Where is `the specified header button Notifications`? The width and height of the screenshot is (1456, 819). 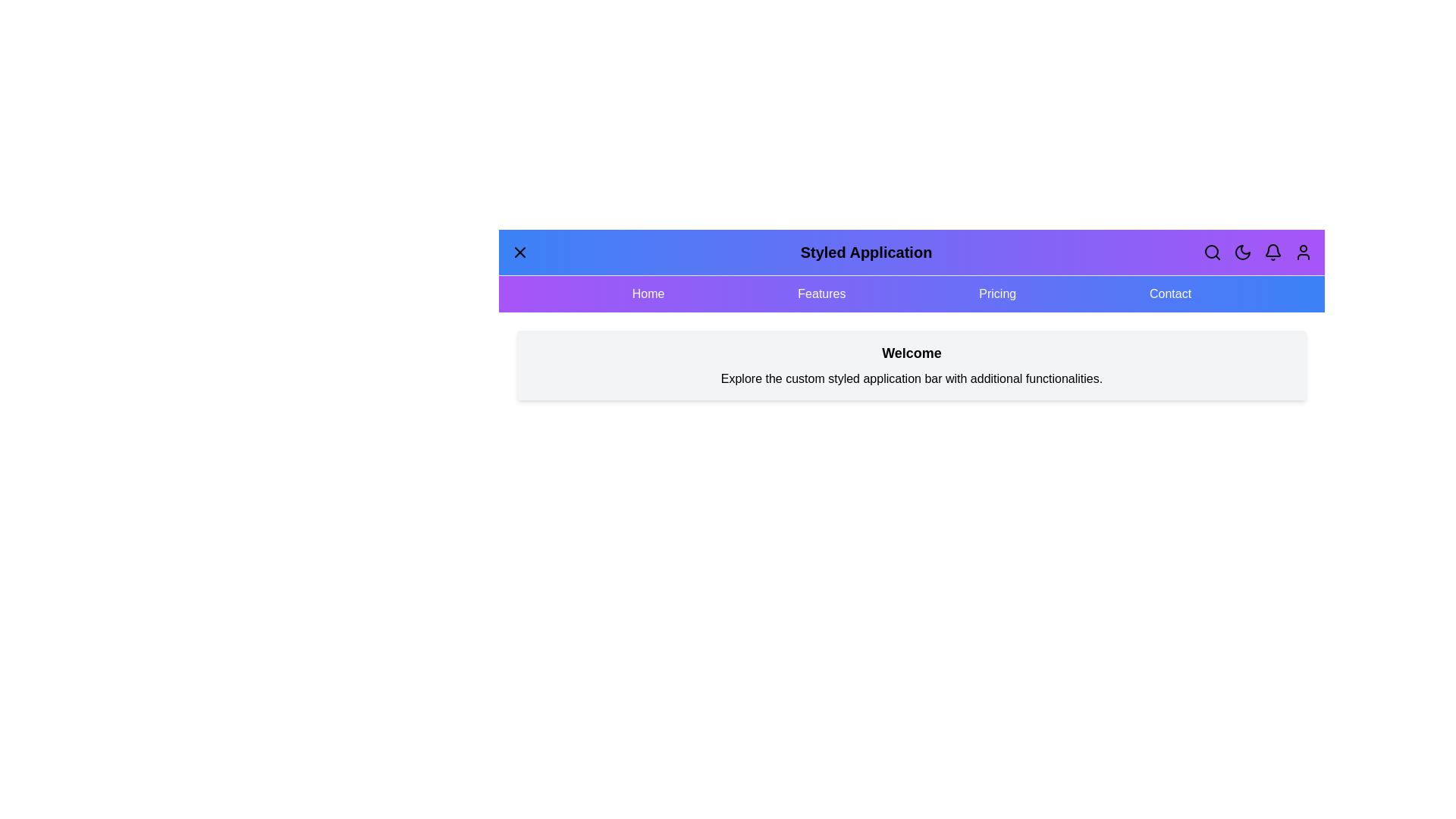
the specified header button Notifications is located at coordinates (1273, 251).